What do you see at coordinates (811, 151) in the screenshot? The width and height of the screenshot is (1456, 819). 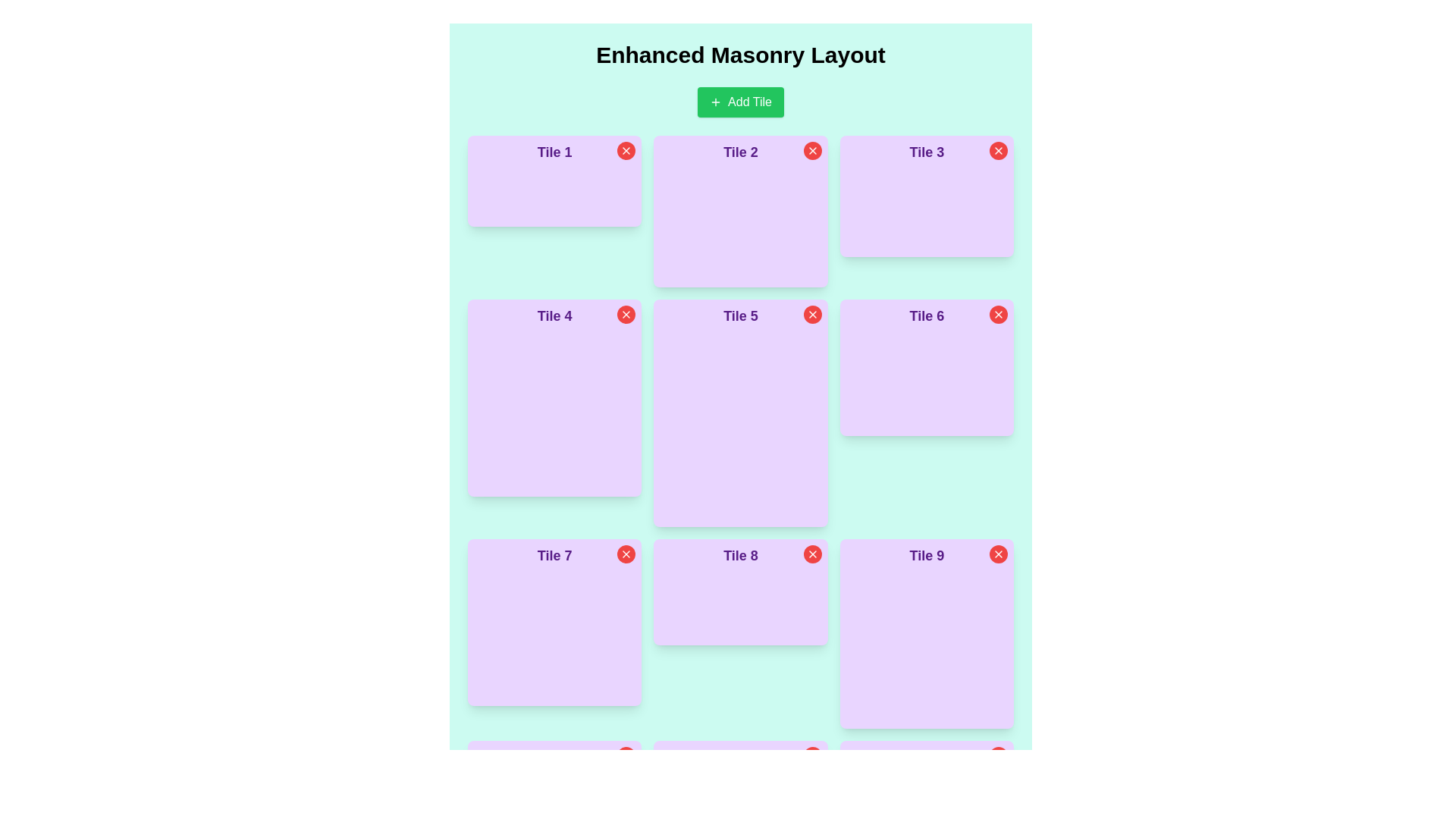 I see `the 'remove' button located in the top-right corner of the tile labeled 'Tile 2'` at bounding box center [811, 151].